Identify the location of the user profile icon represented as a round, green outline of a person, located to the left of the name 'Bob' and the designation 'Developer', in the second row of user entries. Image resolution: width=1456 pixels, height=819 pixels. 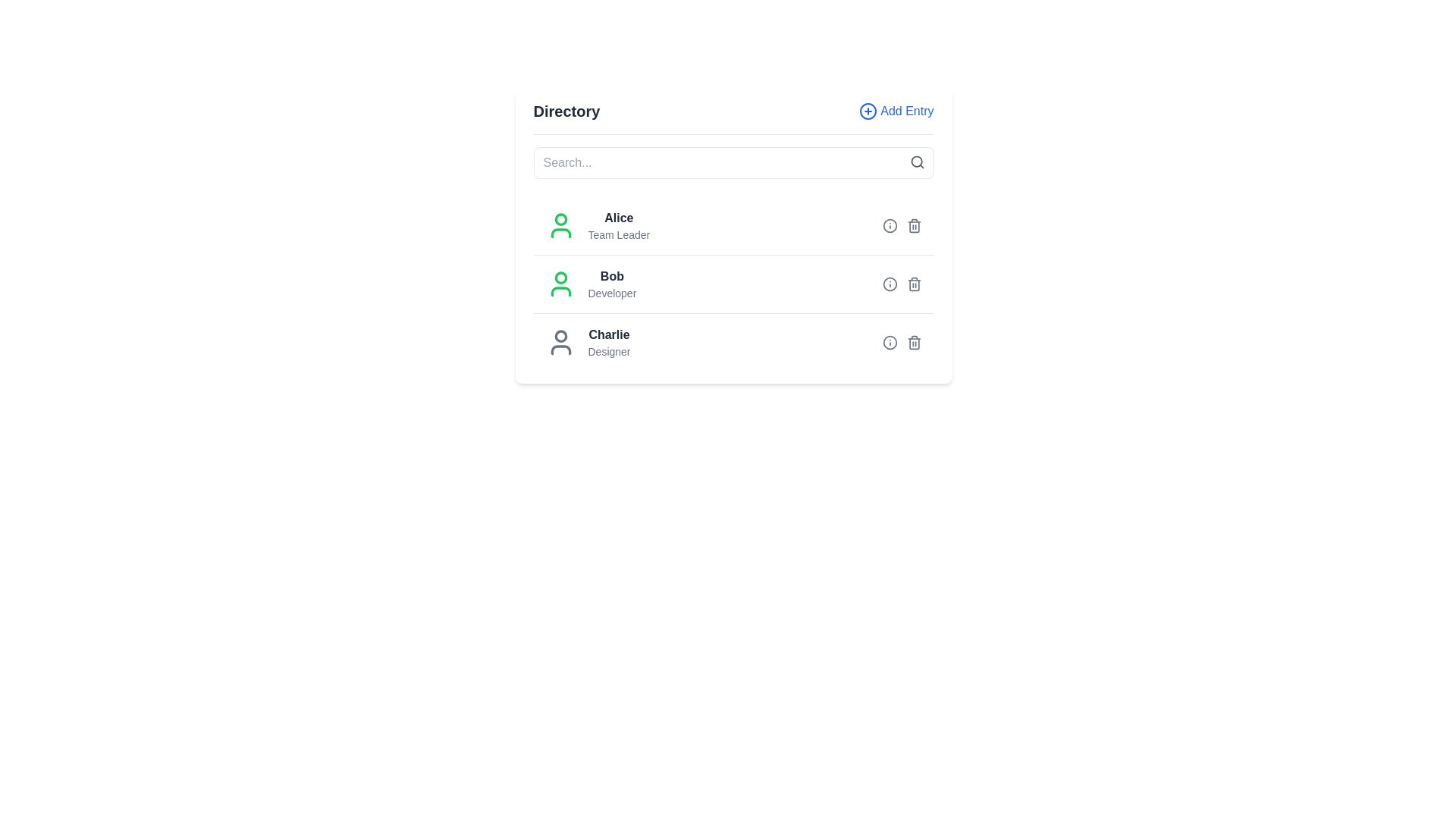
(560, 284).